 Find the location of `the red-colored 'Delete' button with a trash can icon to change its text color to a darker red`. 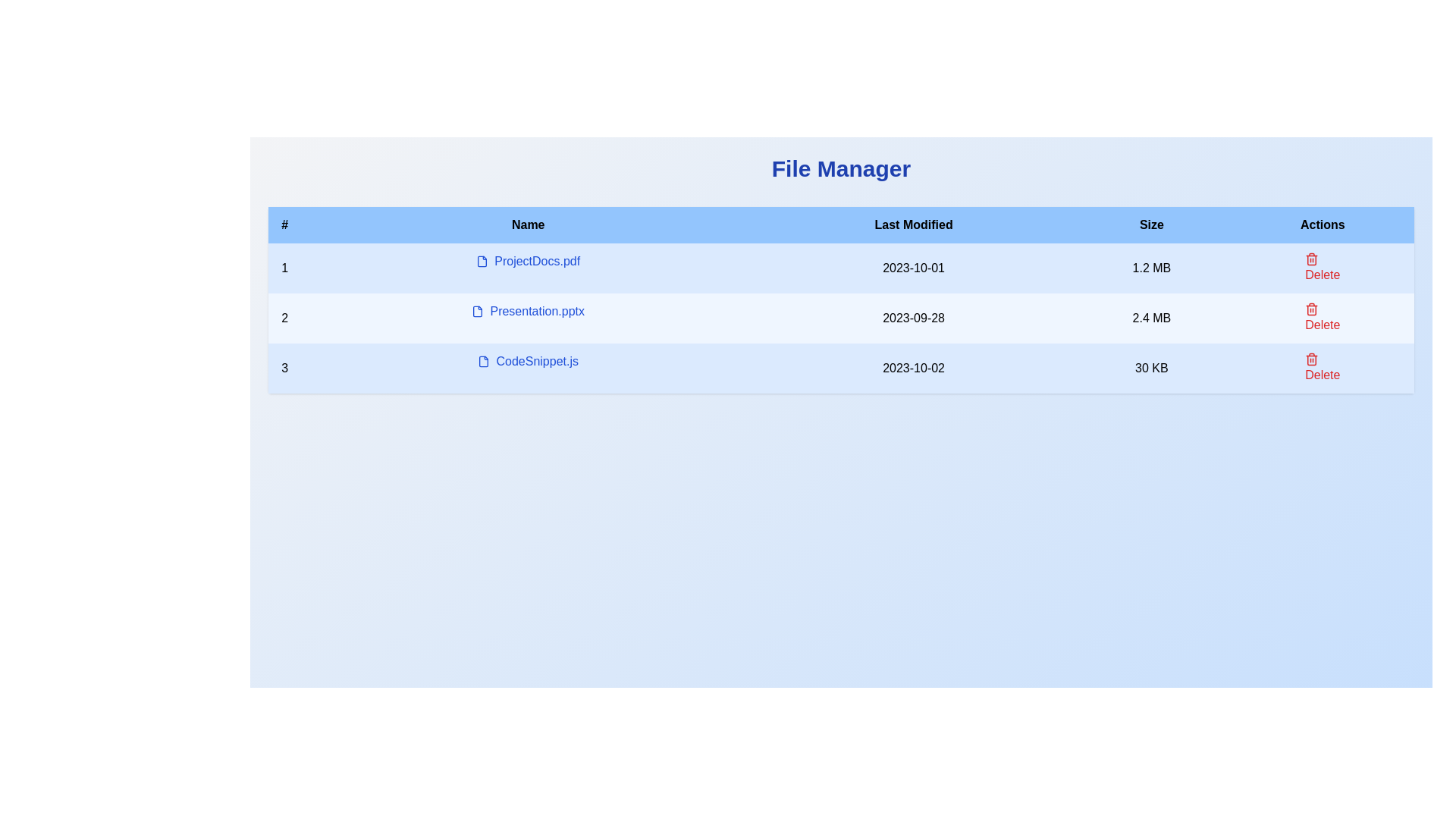

the red-colored 'Delete' button with a trash can icon to change its text color to a darker red is located at coordinates (1322, 318).